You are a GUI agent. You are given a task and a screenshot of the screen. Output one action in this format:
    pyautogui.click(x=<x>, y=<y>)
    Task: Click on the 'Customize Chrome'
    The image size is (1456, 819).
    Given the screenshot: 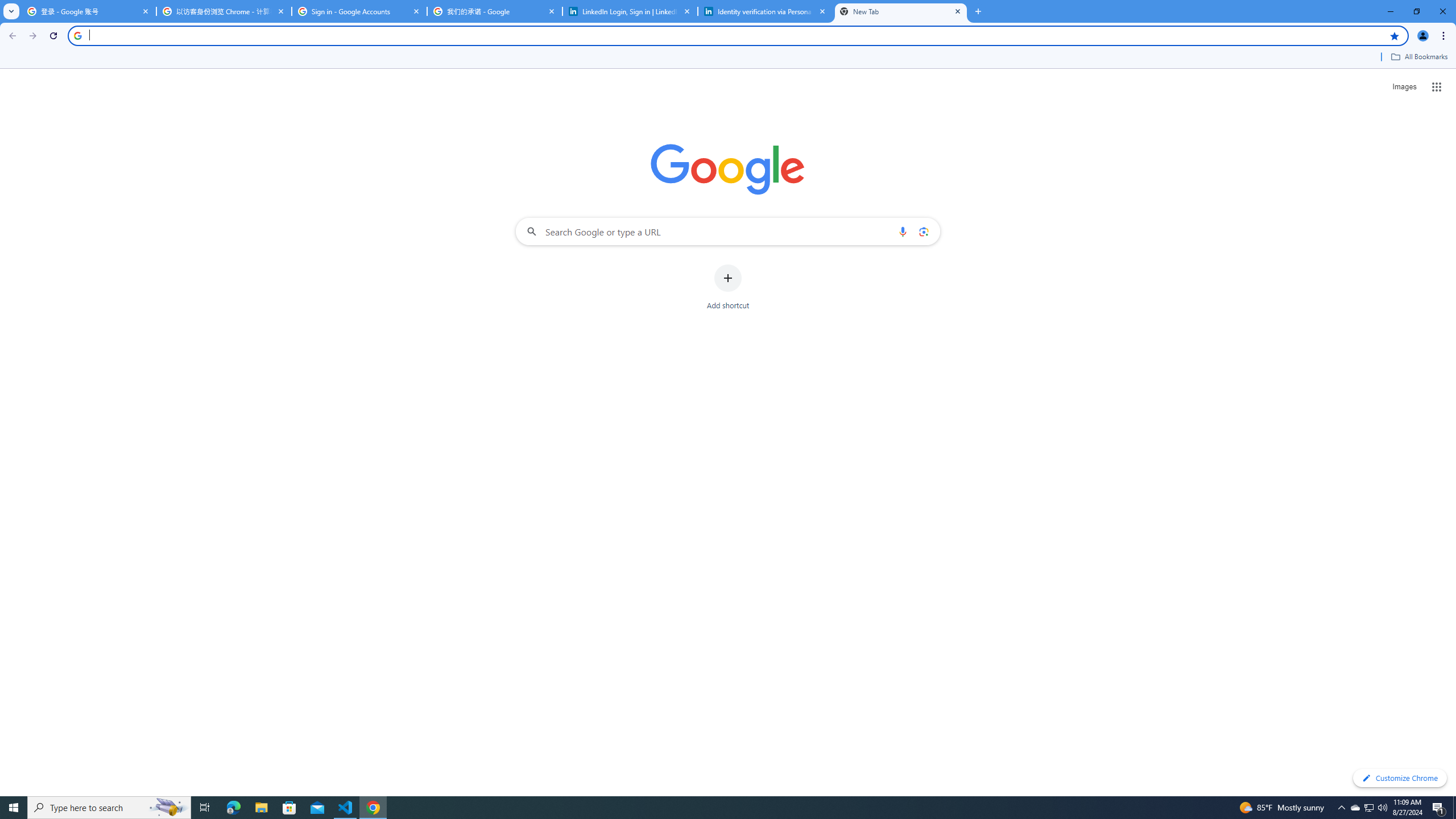 What is the action you would take?
    pyautogui.click(x=1400, y=777)
    